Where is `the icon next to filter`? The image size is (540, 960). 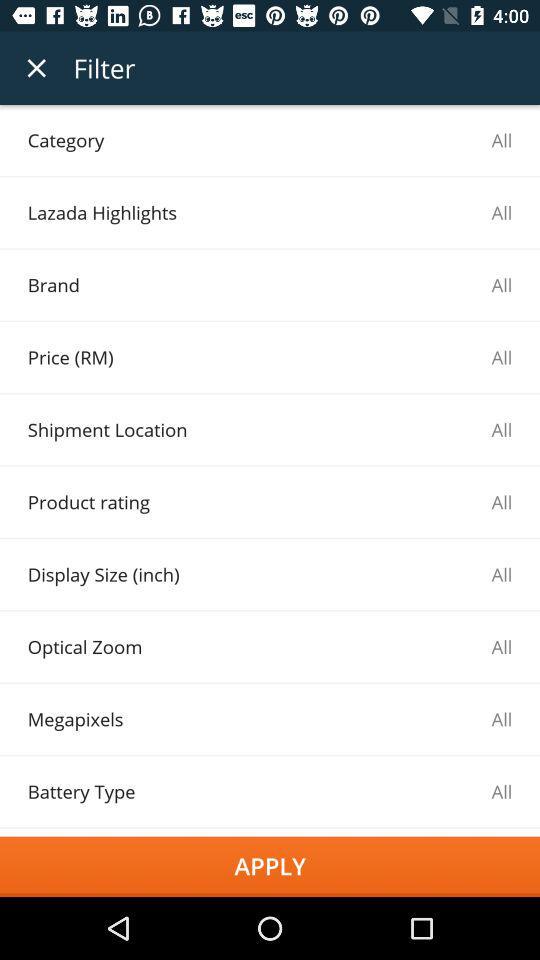
the icon next to filter is located at coordinates (36, 68).